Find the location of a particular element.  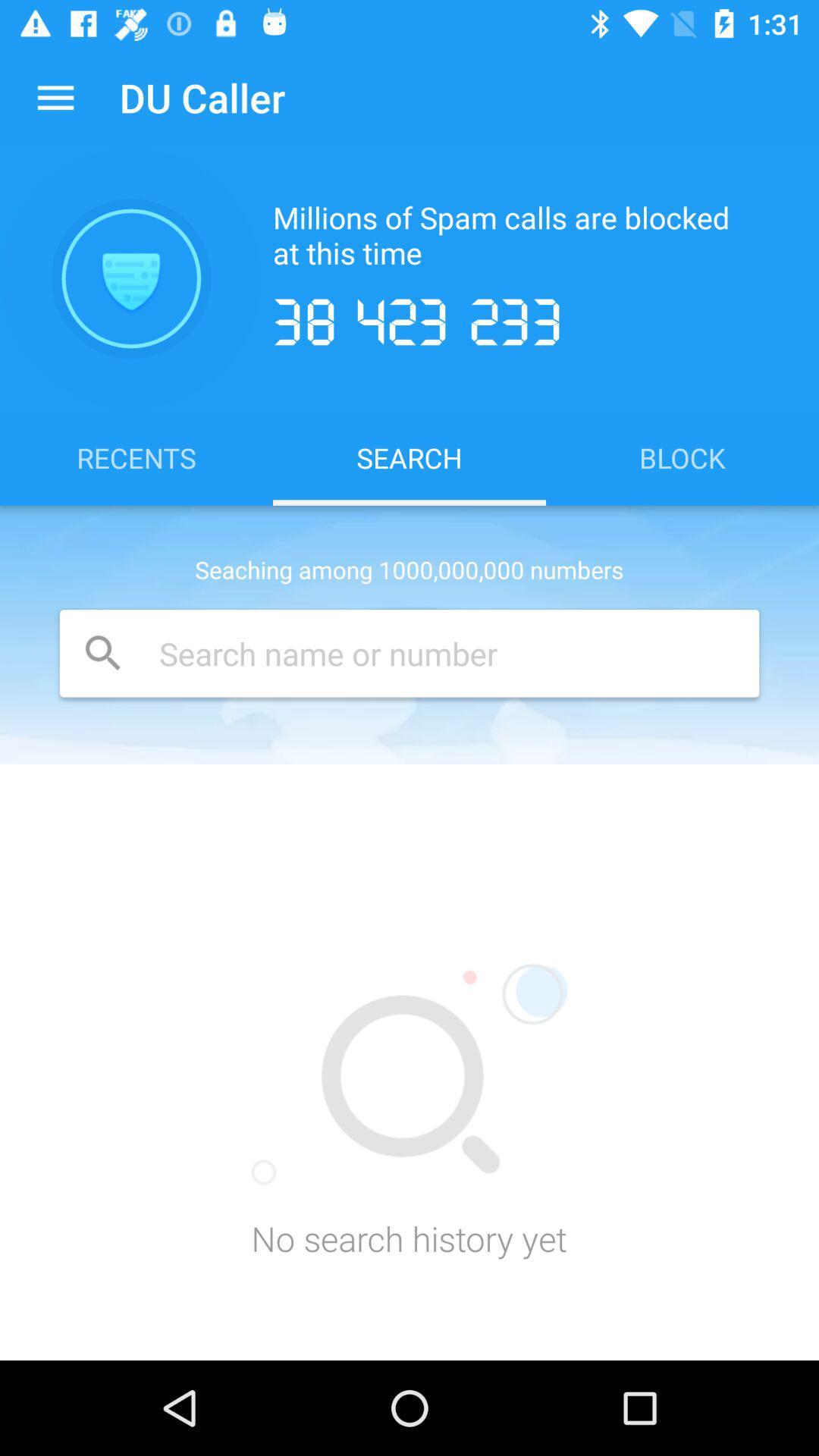

item to the left of search is located at coordinates (136, 457).